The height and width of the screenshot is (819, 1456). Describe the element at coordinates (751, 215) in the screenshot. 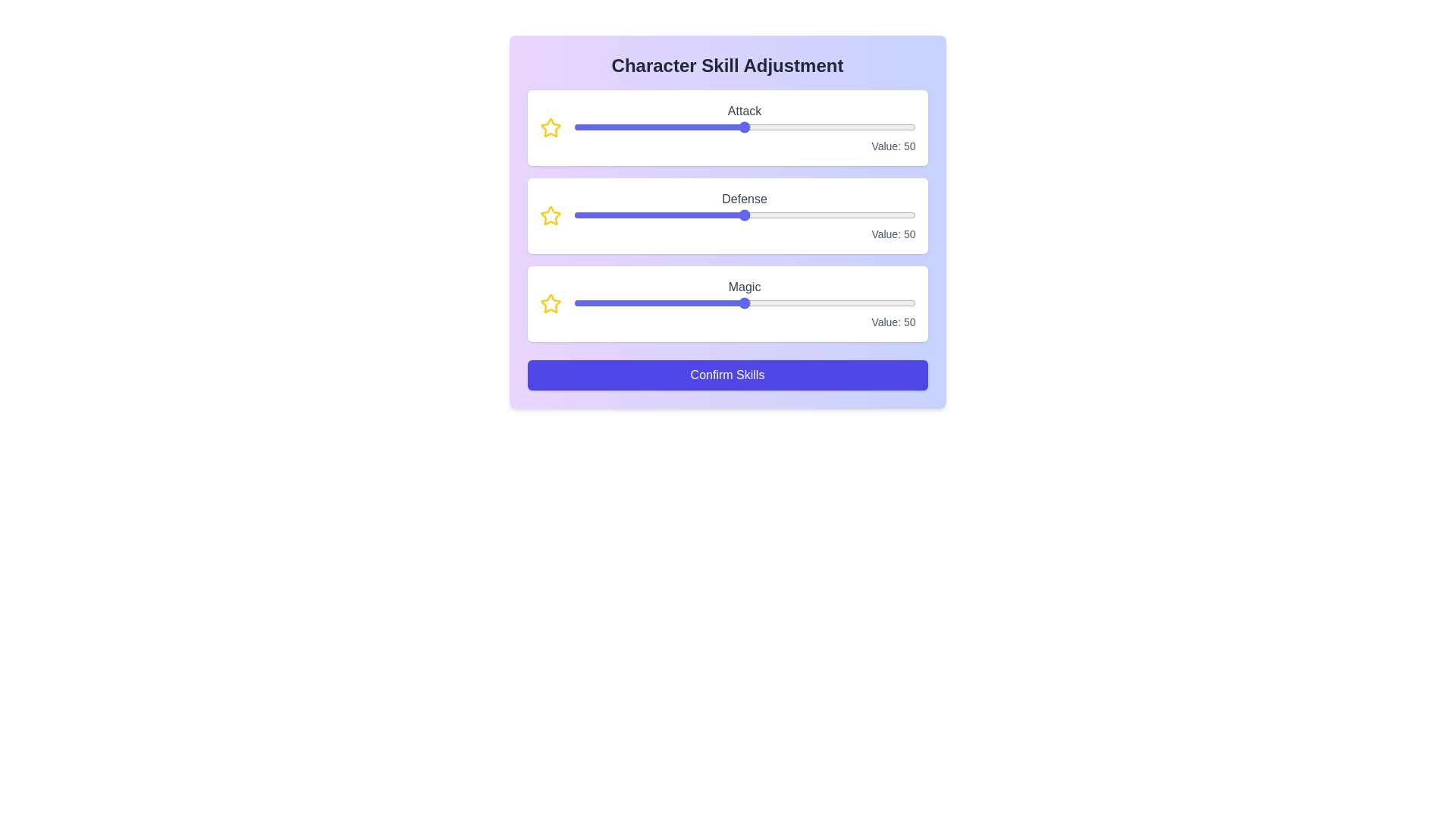

I see `the 1 slider to 4` at that location.